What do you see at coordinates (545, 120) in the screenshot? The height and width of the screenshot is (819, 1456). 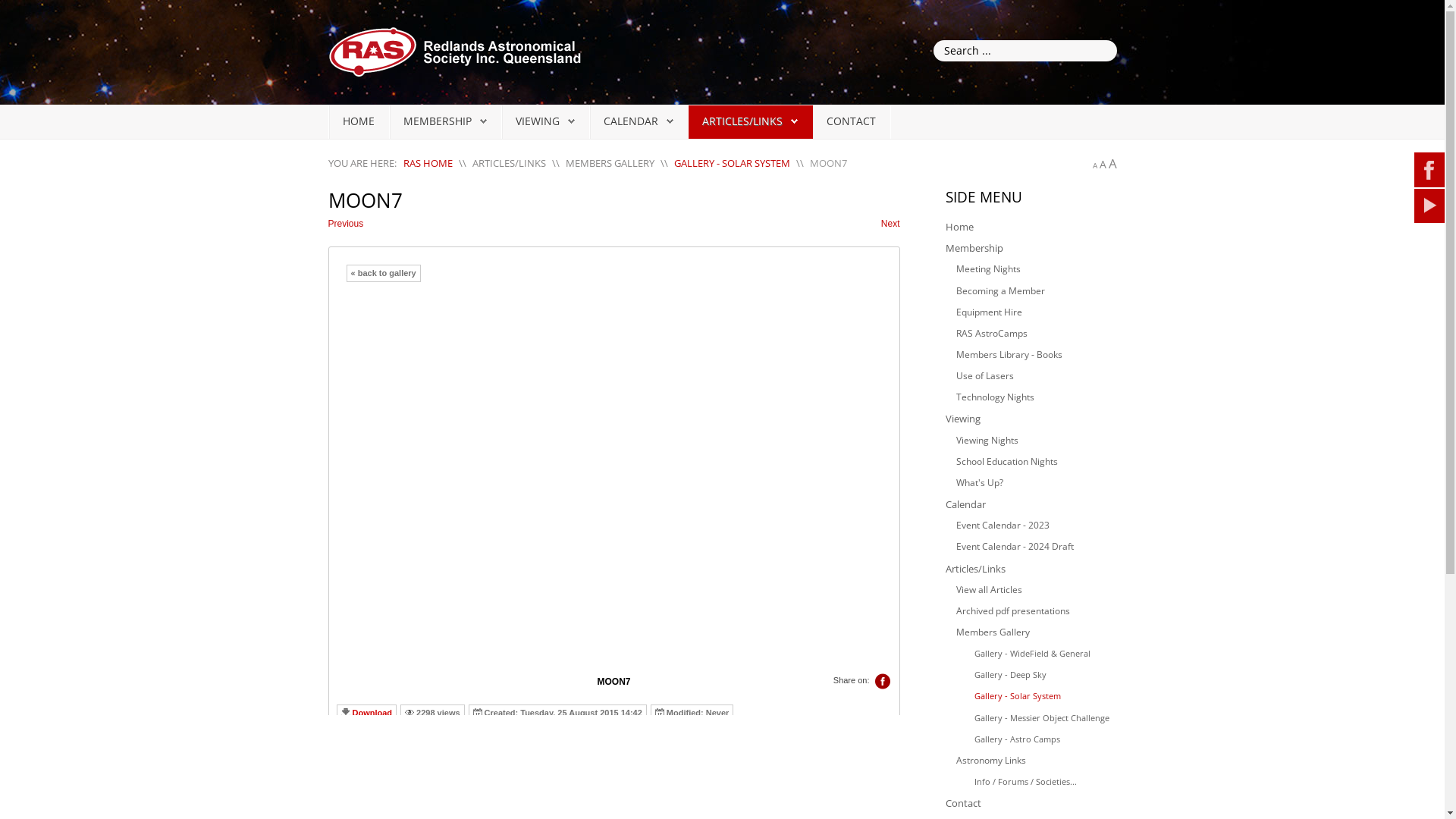 I see `'VIEWING'` at bounding box center [545, 120].